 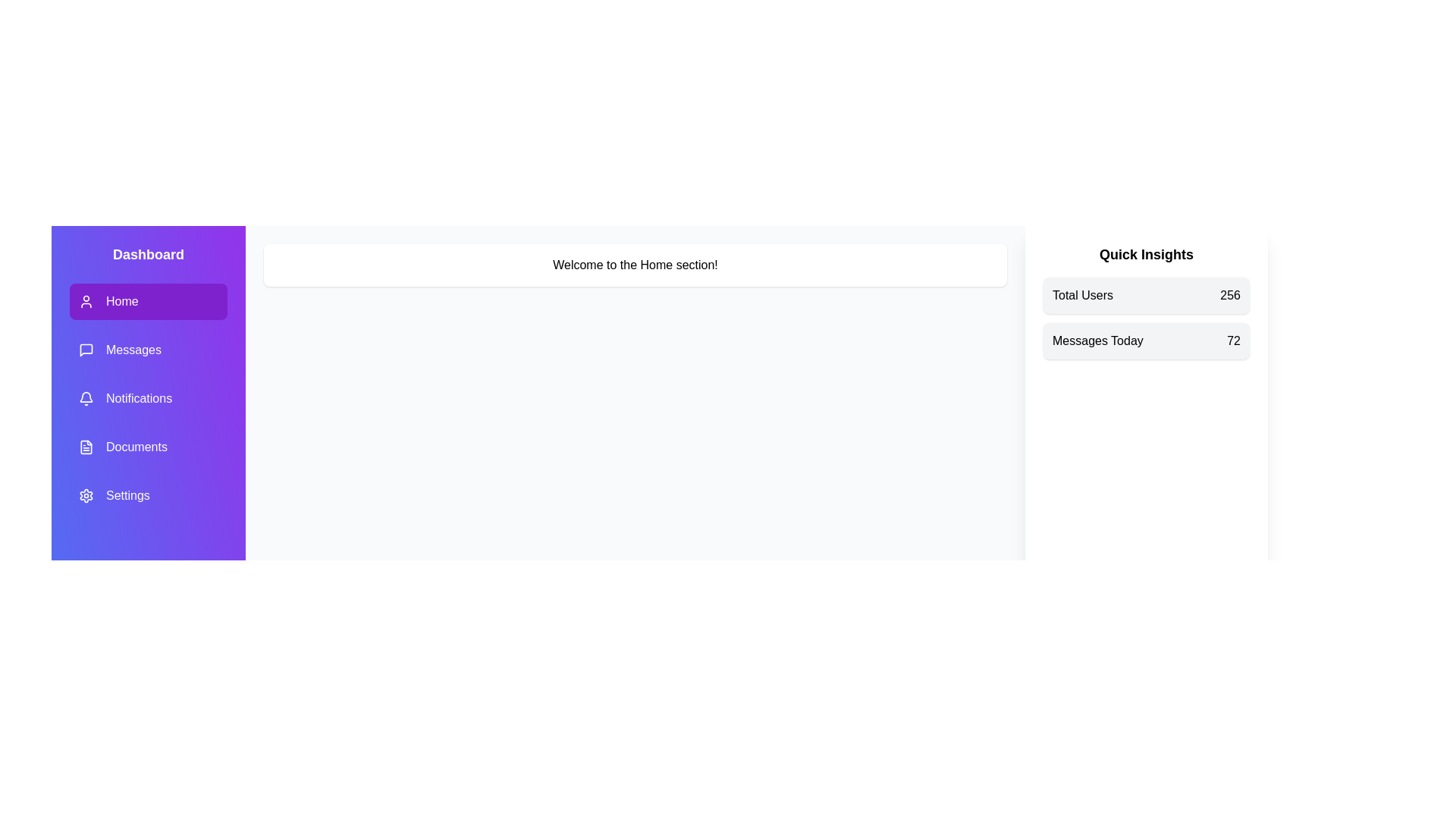 I want to click on the document icon in the vertical menu located before the 'Documents' label, which is the fourth item in the menu, so click(x=86, y=447).